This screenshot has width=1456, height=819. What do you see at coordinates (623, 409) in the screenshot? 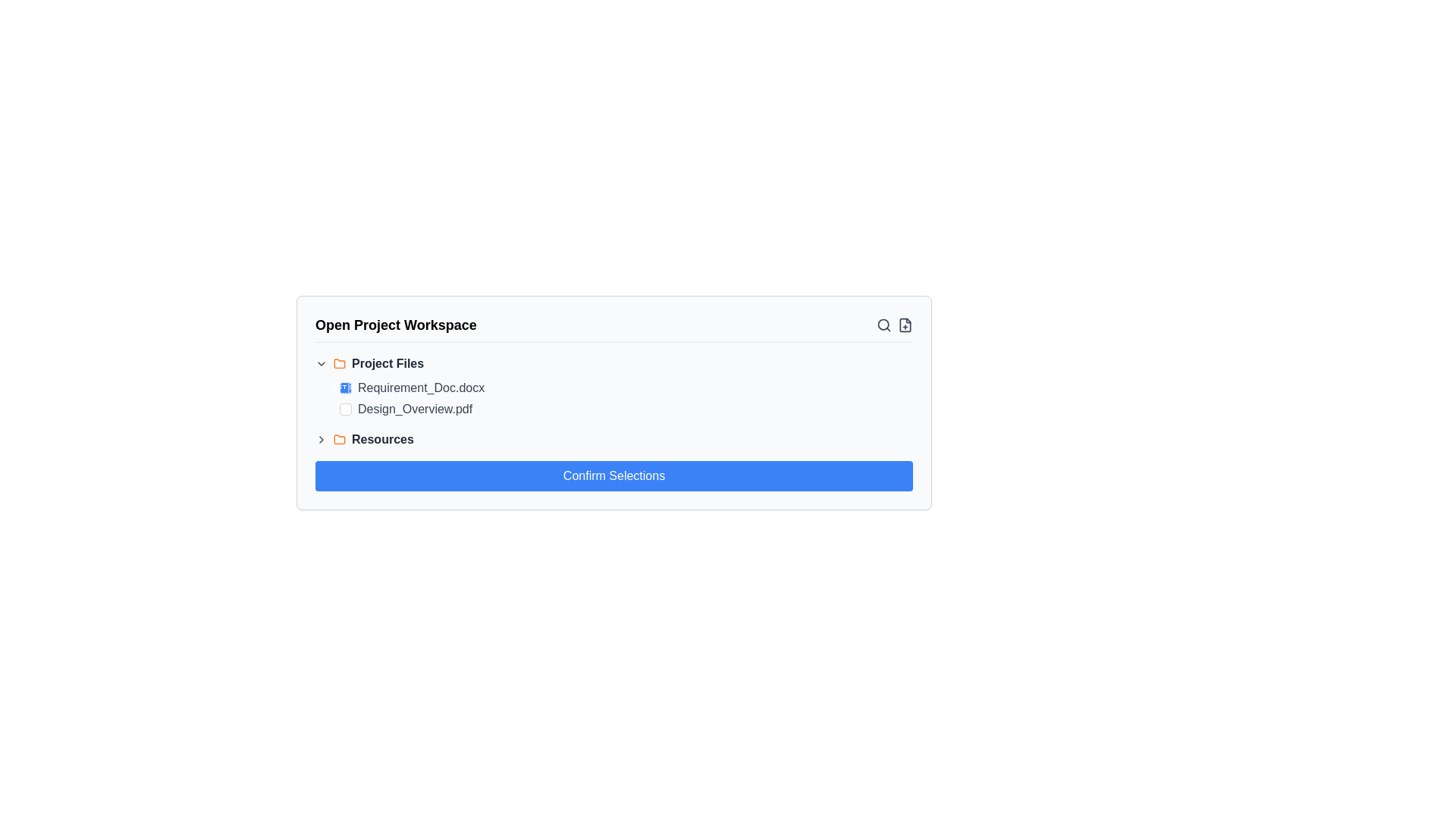
I see `the checkbox in the File row entry representing the file 'Design_Overview.pdf'` at bounding box center [623, 409].